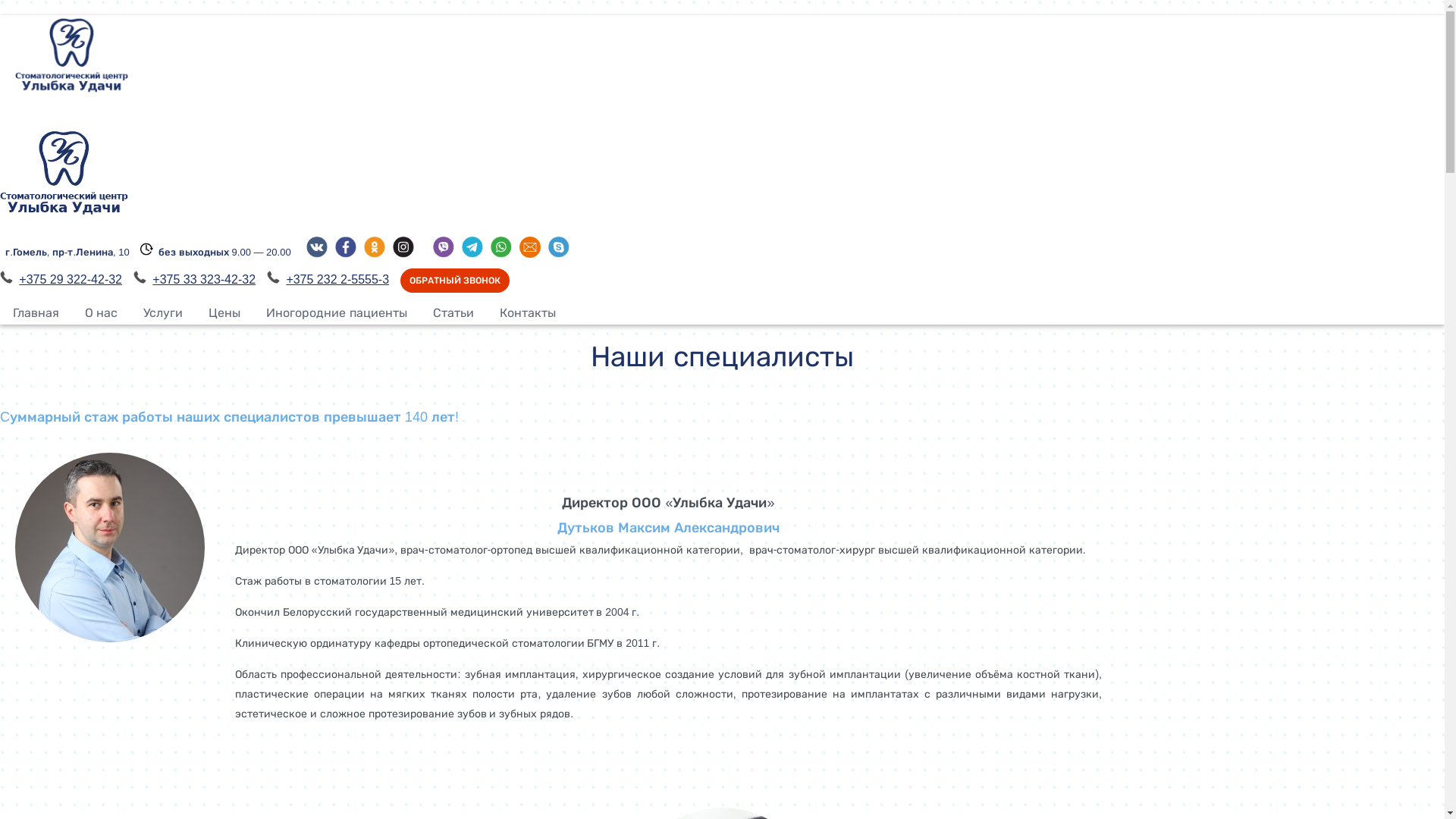 This screenshot has width=1456, height=819. I want to click on '+375 29 322-42-32', so click(69, 279).